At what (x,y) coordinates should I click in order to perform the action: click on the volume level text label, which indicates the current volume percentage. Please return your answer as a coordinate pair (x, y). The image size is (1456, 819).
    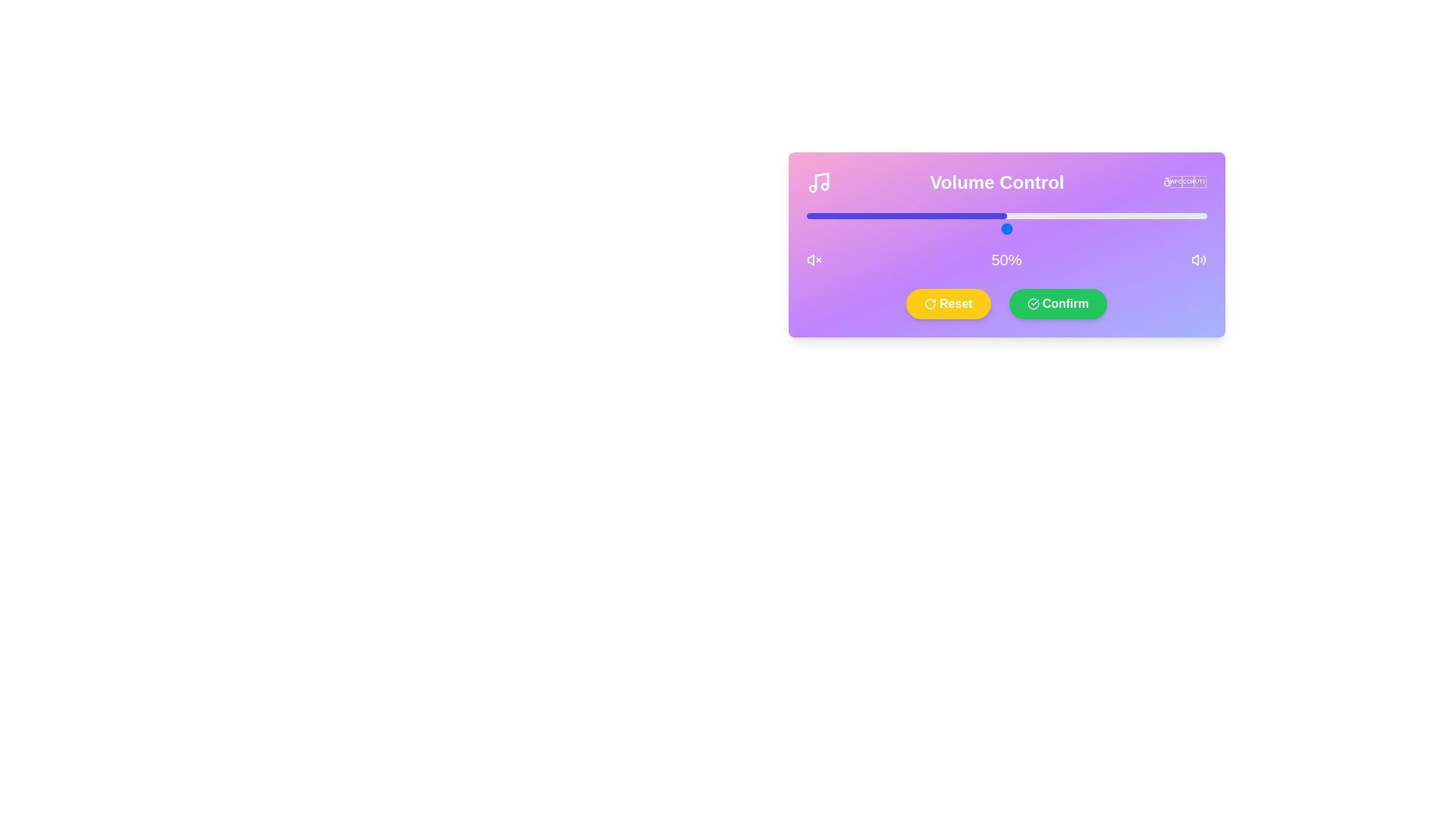
    Looking at the image, I should click on (1006, 259).